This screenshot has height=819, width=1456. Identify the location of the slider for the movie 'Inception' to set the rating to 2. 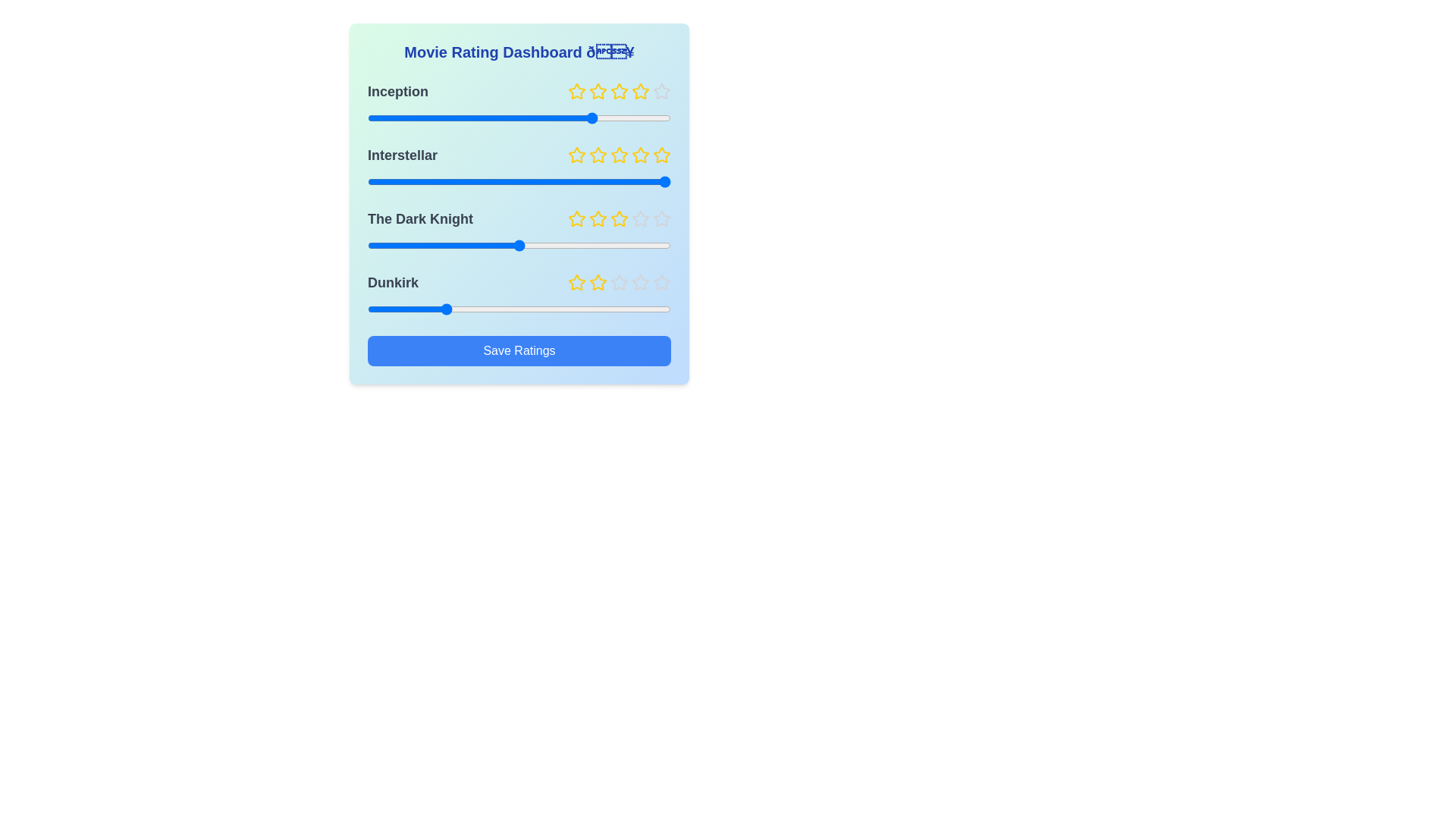
(443, 117).